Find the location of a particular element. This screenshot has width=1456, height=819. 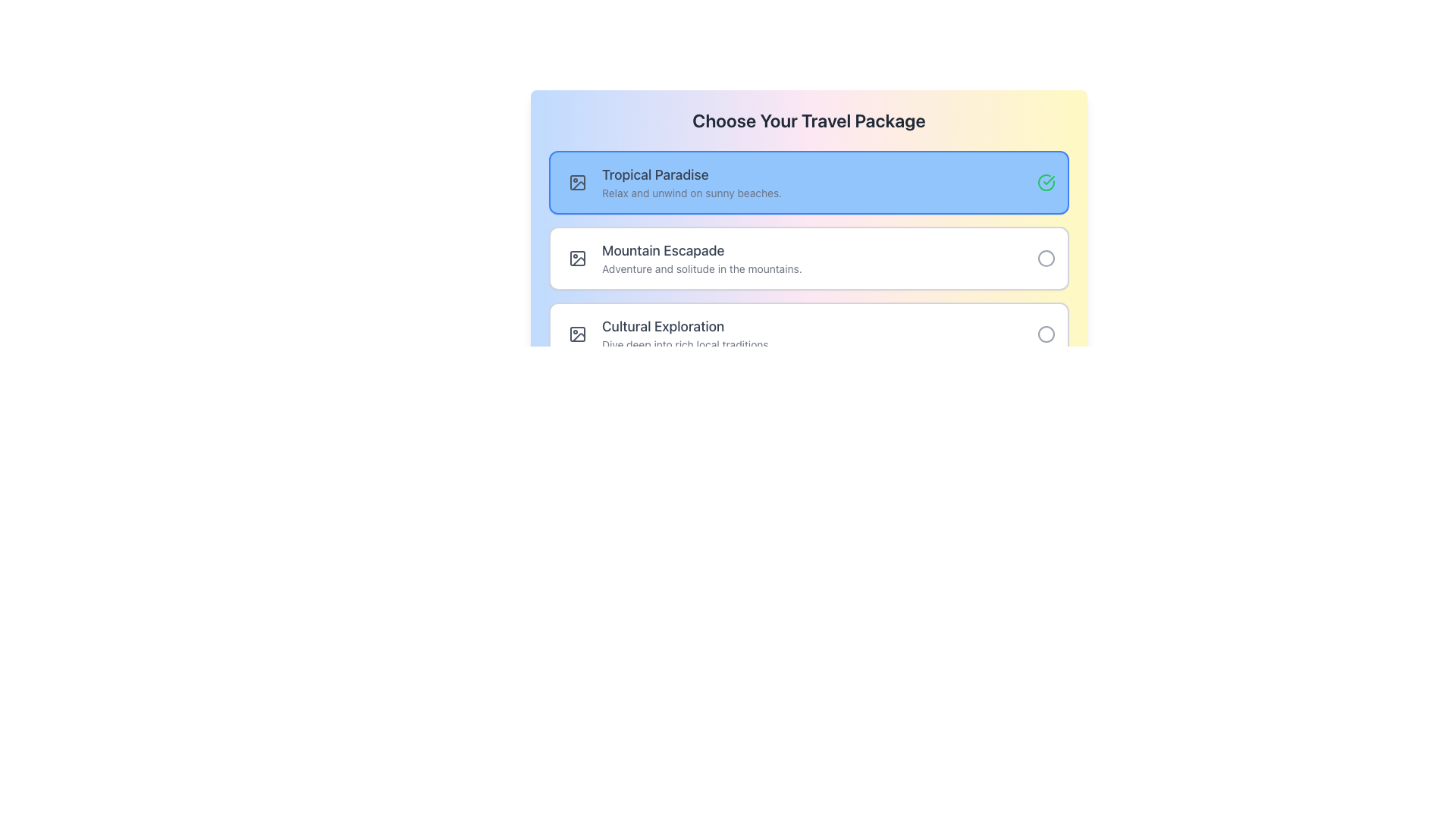

the SVG Rectangle that is part of the image icon for the 'Tropical Paradise' travel package, located near the top left corner of the list item is located at coordinates (577, 333).